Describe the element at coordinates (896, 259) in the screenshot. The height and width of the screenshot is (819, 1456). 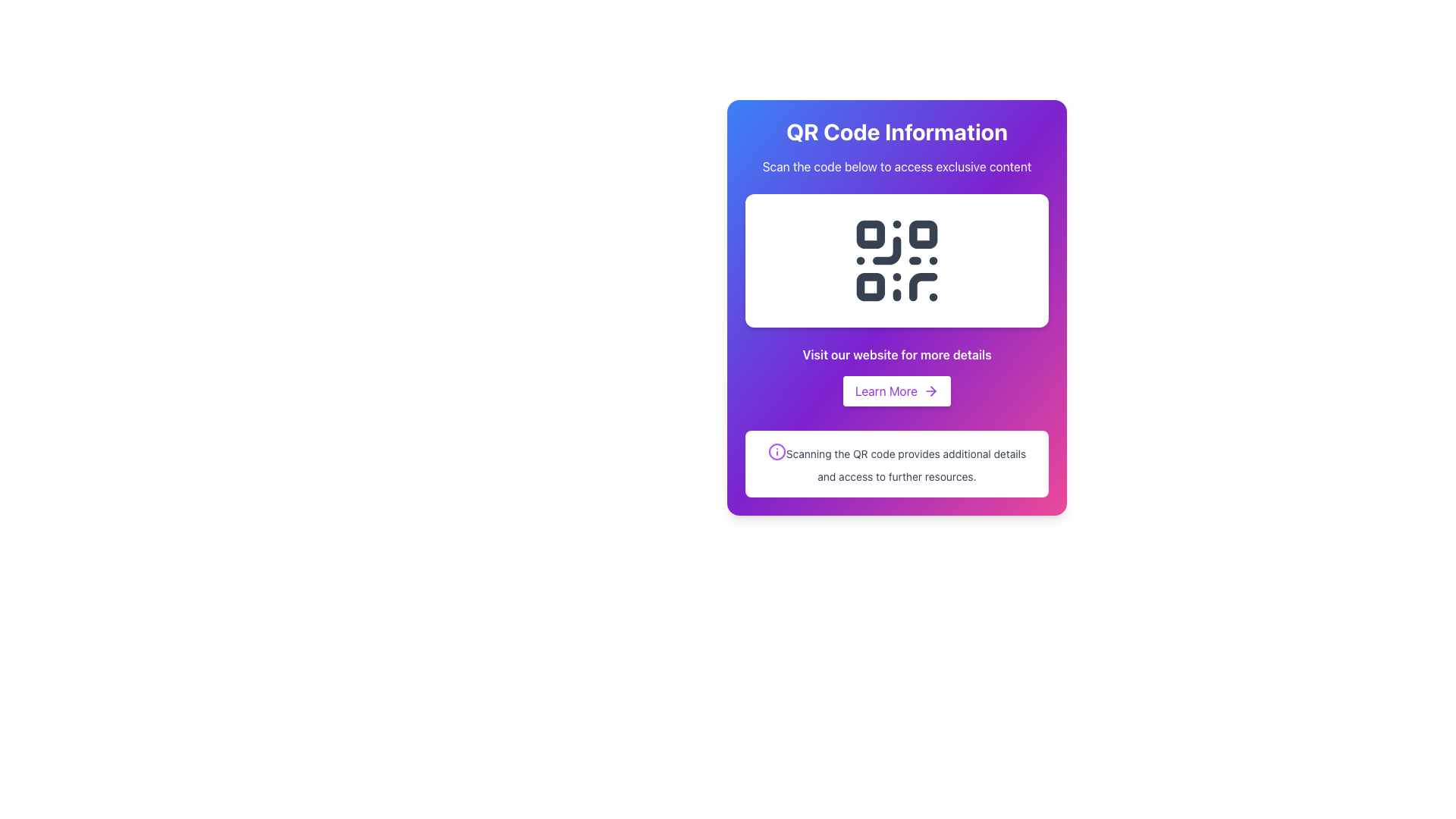
I see `the QR Code Graphic` at that location.